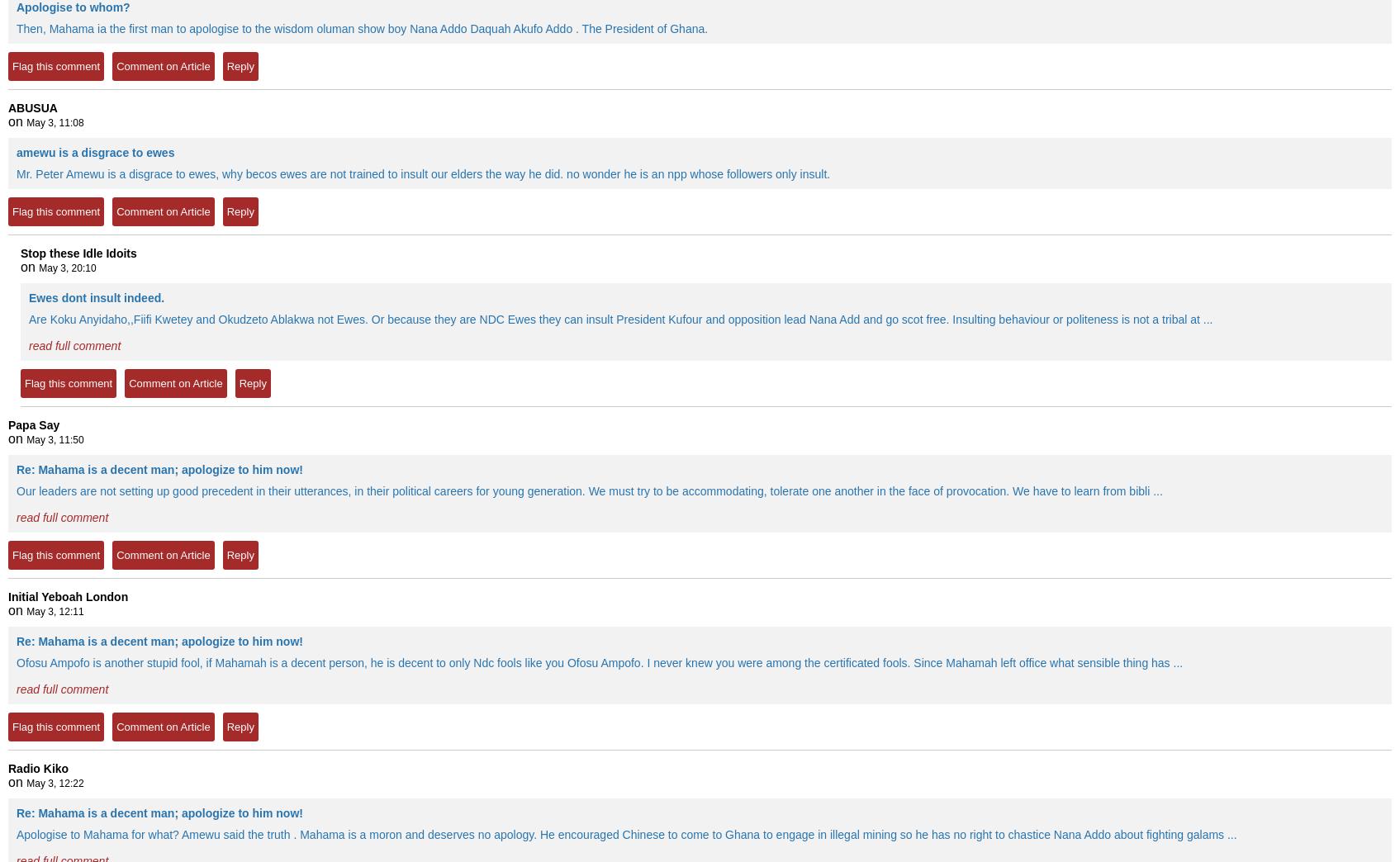  What do you see at coordinates (94, 151) in the screenshot?
I see `'amewu is a disgrace to ewes'` at bounding box center [94, 151].